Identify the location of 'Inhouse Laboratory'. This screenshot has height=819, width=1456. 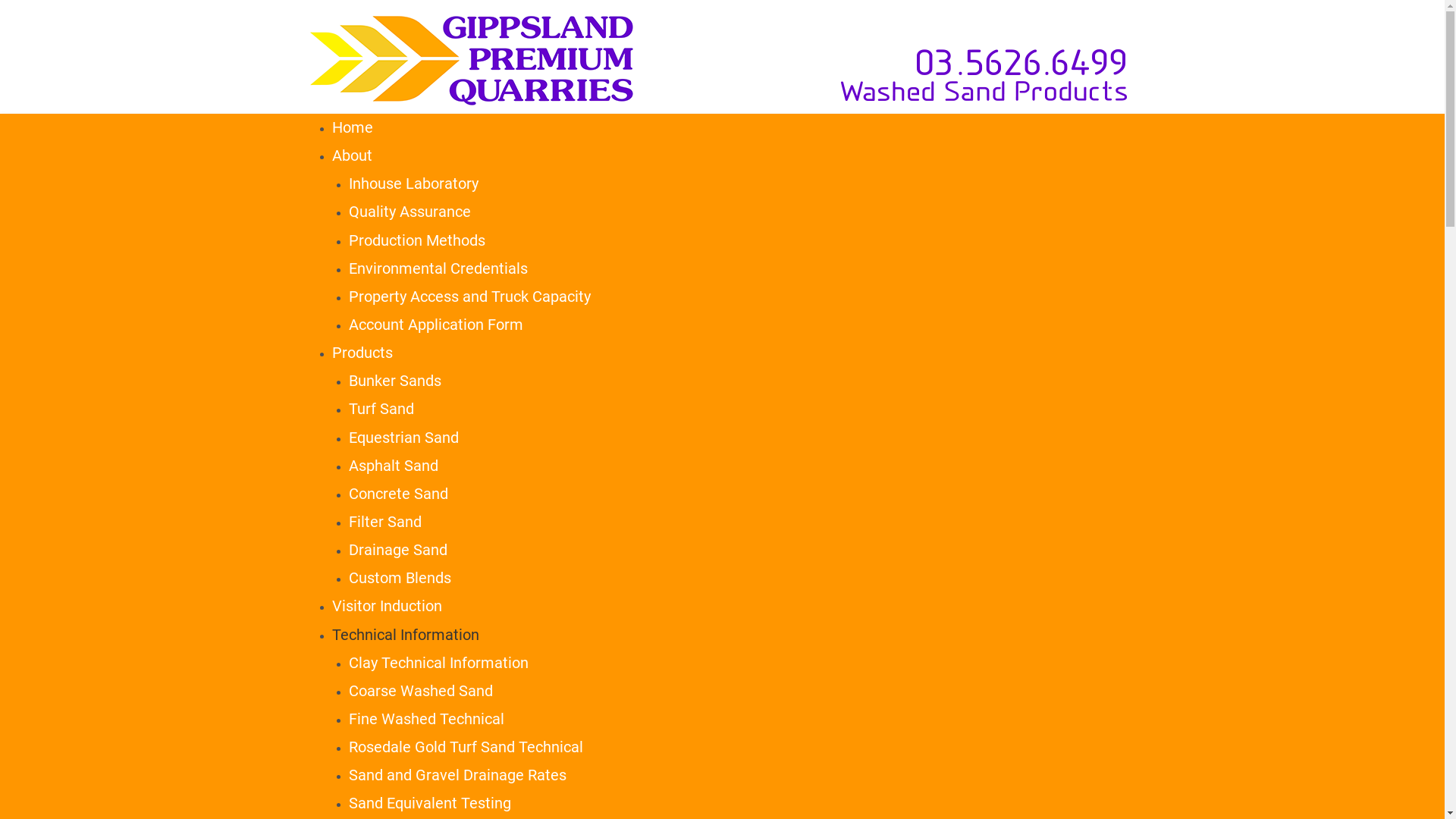
(348, 183).